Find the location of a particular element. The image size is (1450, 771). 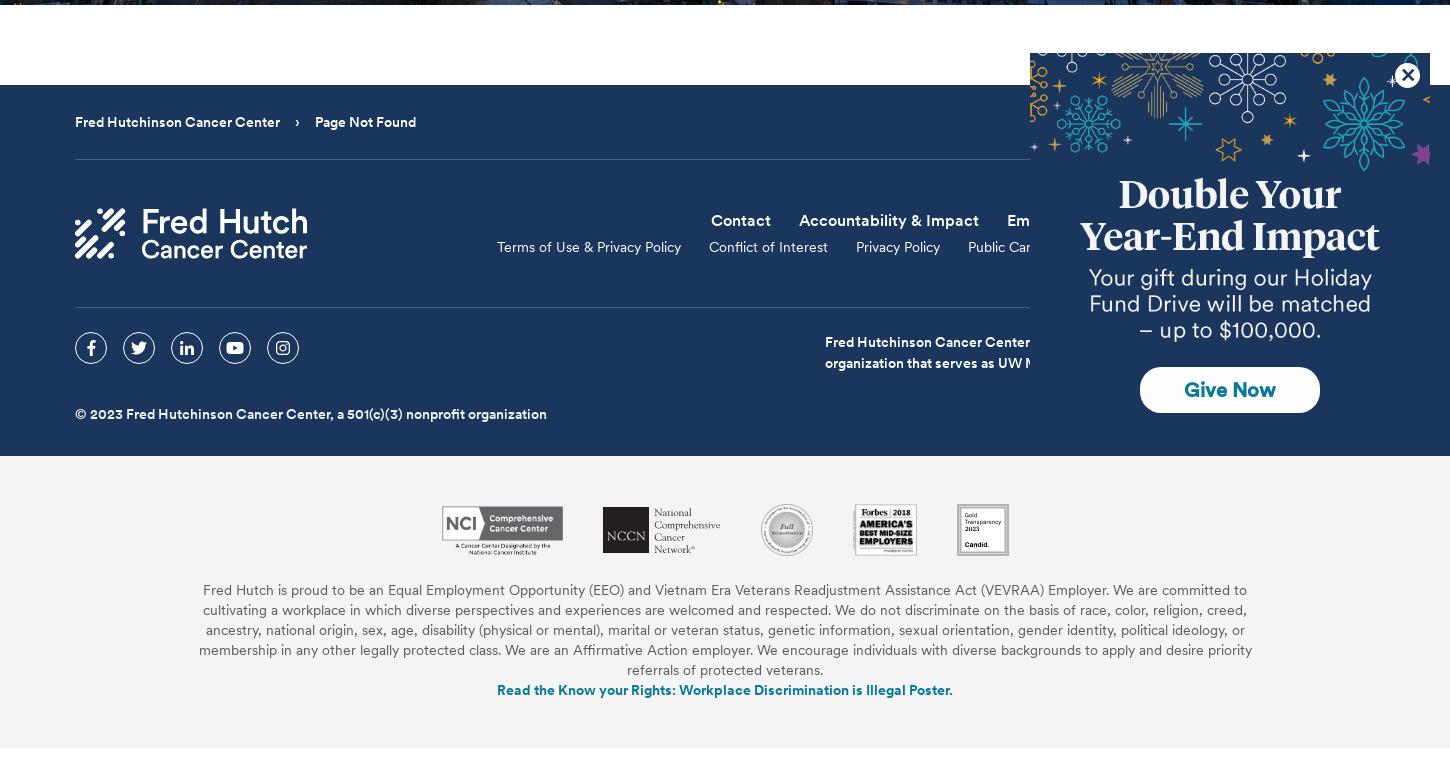

'Subscribe to Fred Hutch News' is located at coordinates (1148, 219).